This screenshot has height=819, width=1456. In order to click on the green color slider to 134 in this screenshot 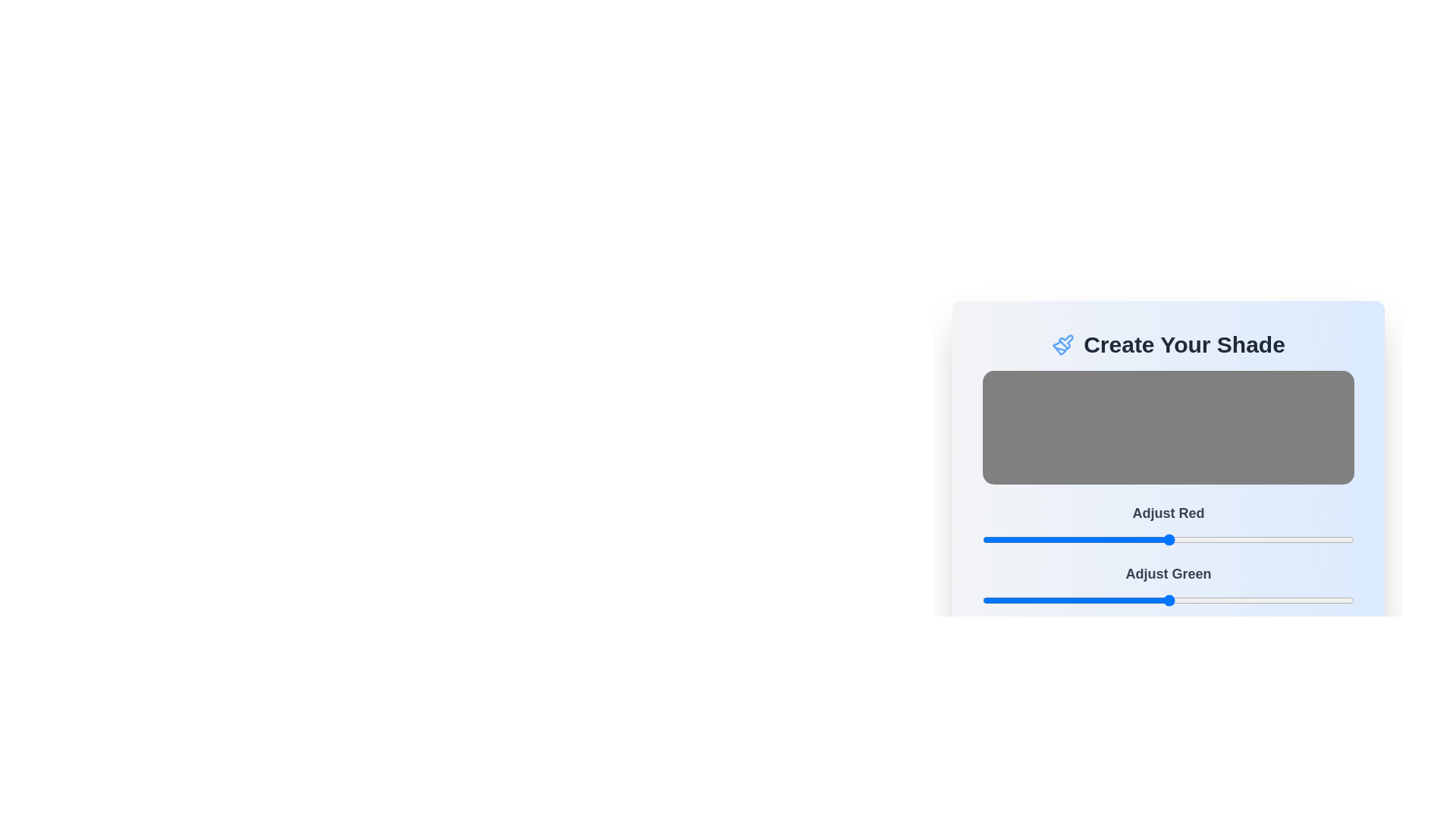, I will do `click(1177, 599)`.